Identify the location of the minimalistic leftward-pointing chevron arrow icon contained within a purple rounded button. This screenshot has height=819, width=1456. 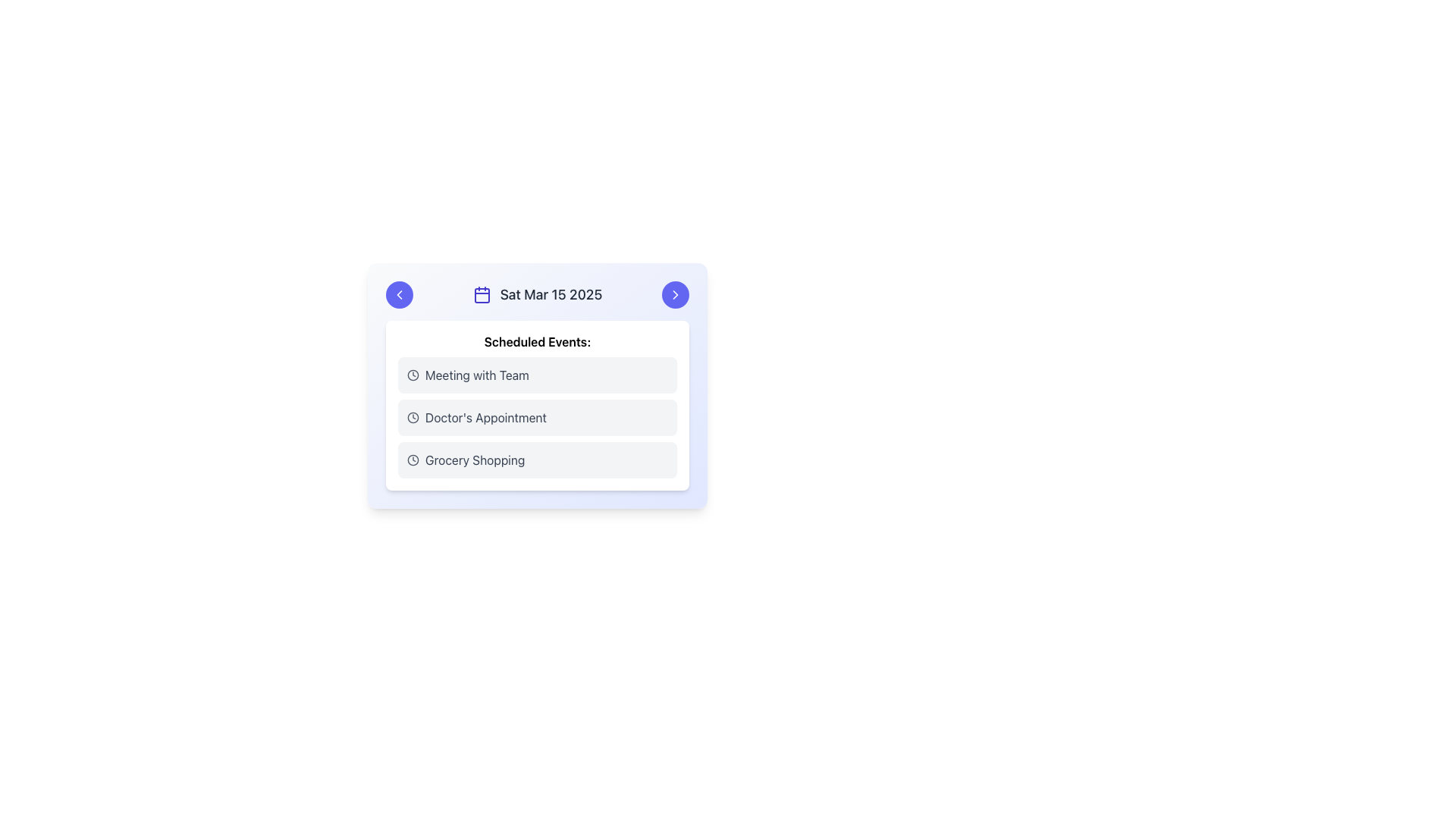
(400, 295).